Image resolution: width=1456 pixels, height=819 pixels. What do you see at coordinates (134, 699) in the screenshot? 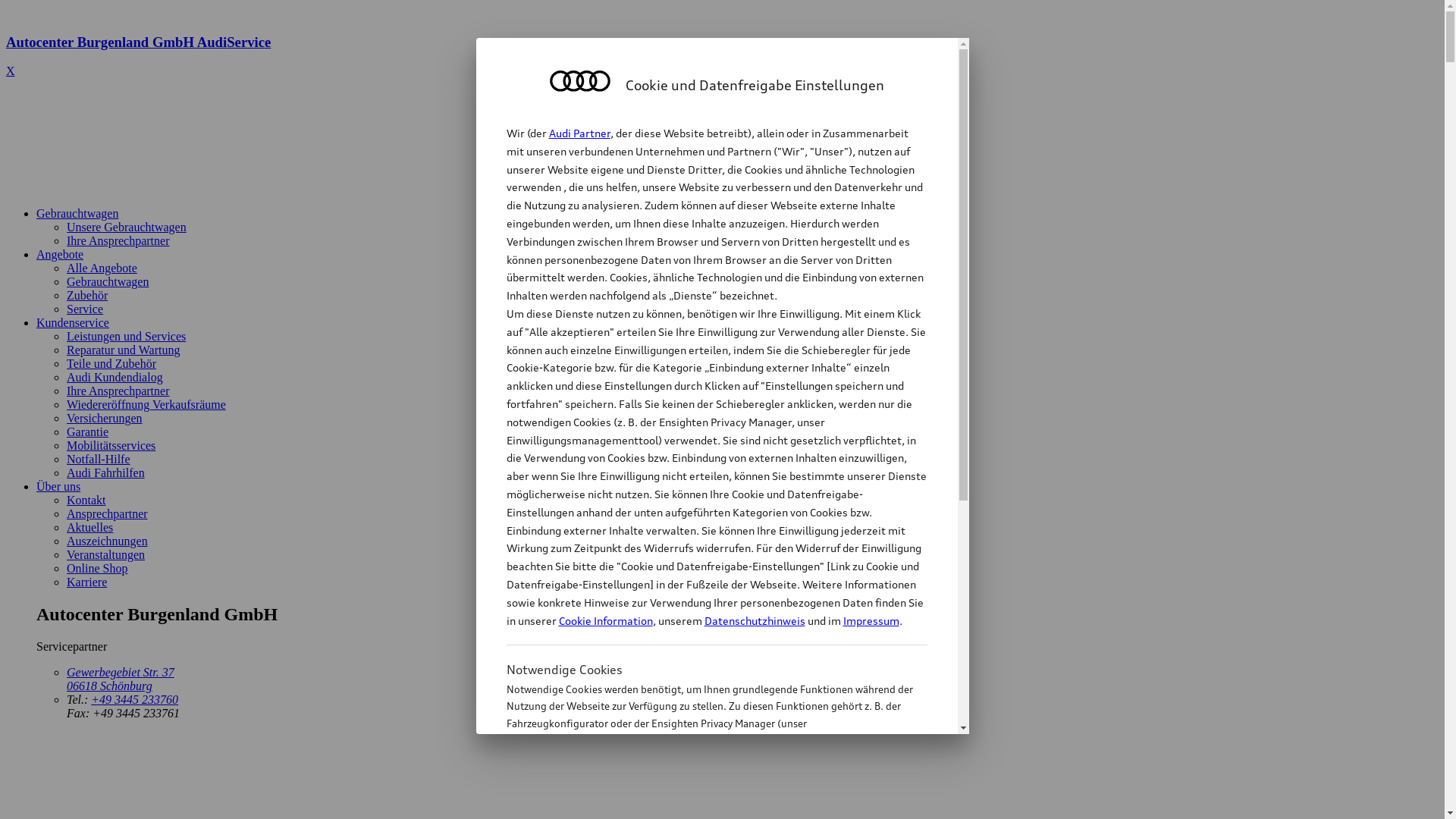
I see `'+49 3445 233760'` at bounding box center [134, 699].